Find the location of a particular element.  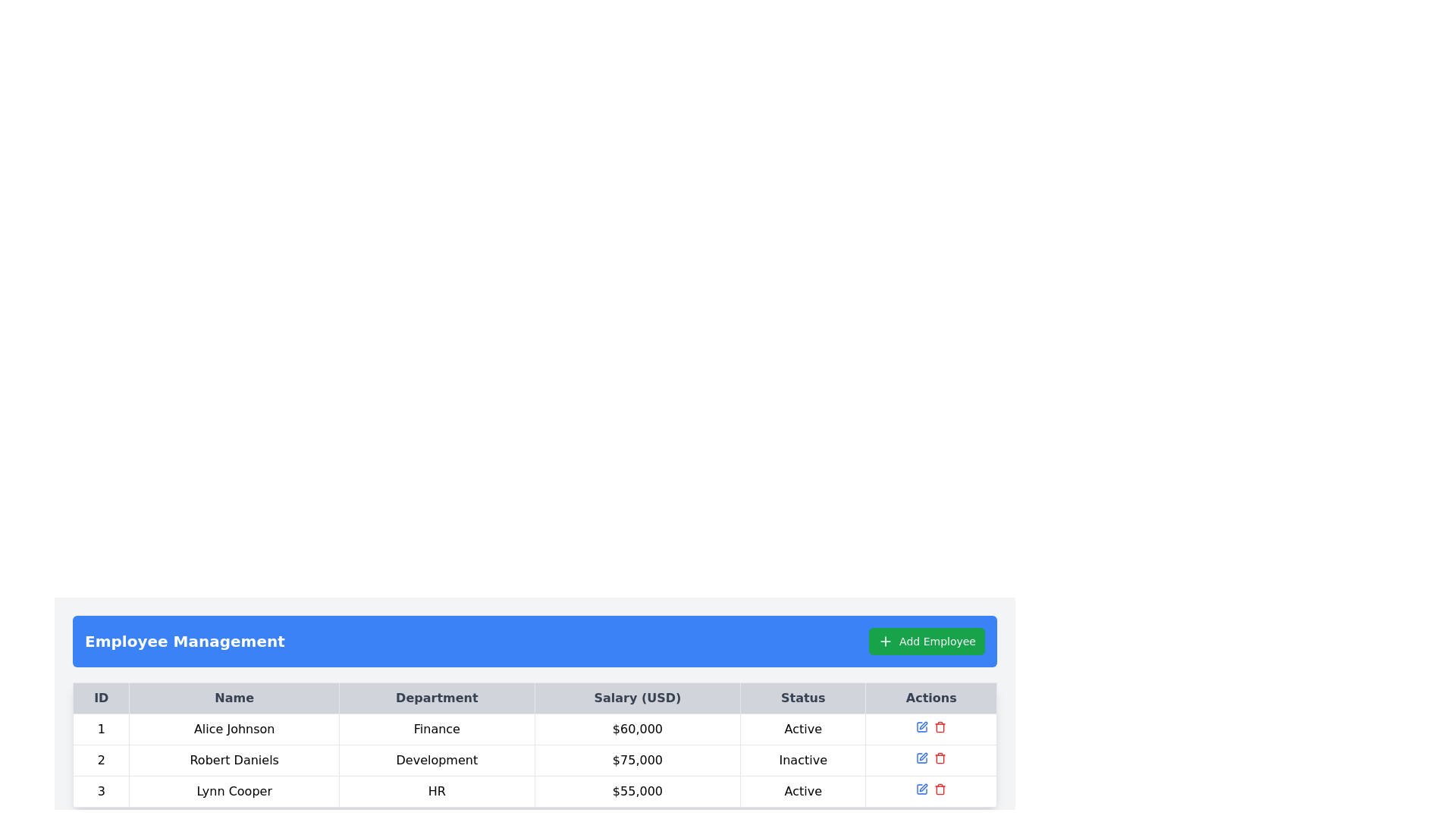

the table header cell that labels the content for the 'Status' column, located between 'Salary (USD)' and 'Actions' is located at coordinates (802, 698).